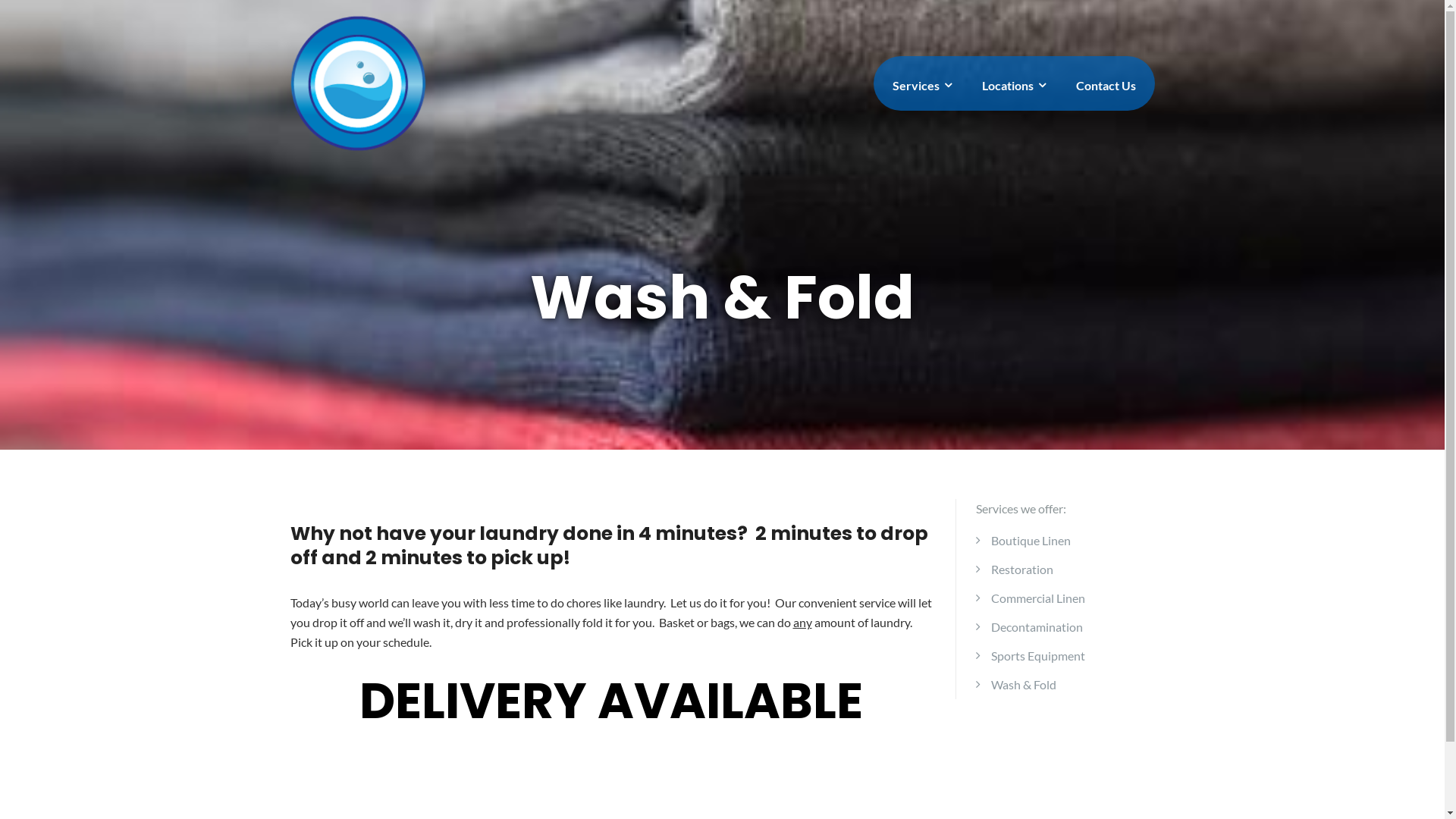  What do you see at coordinates (1036, 626) in the screenshot?
I see `'Decontamination'` at bounding box center [1036, 626].